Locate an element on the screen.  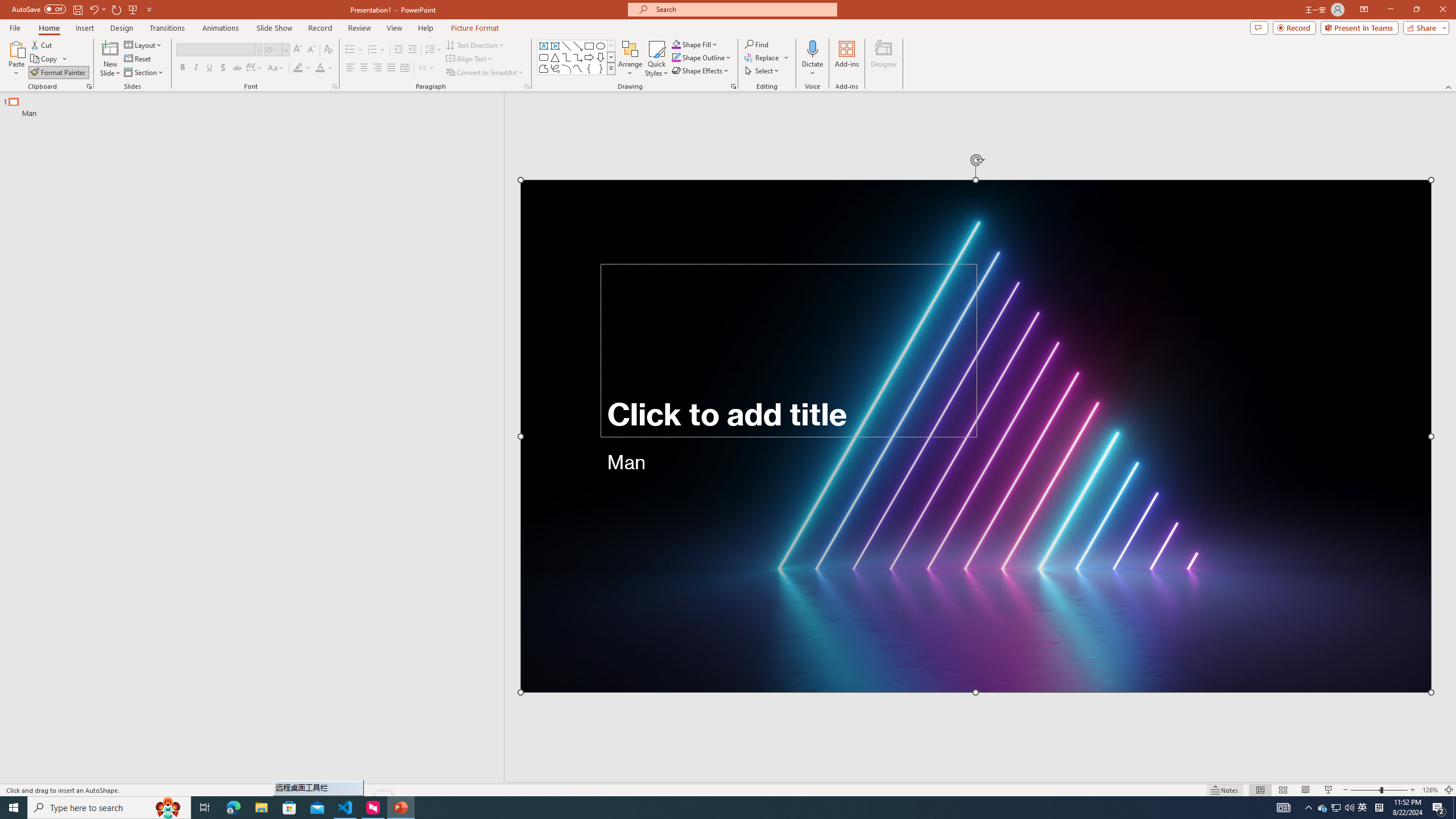
'Designer' is located at coordinates (883, 59).